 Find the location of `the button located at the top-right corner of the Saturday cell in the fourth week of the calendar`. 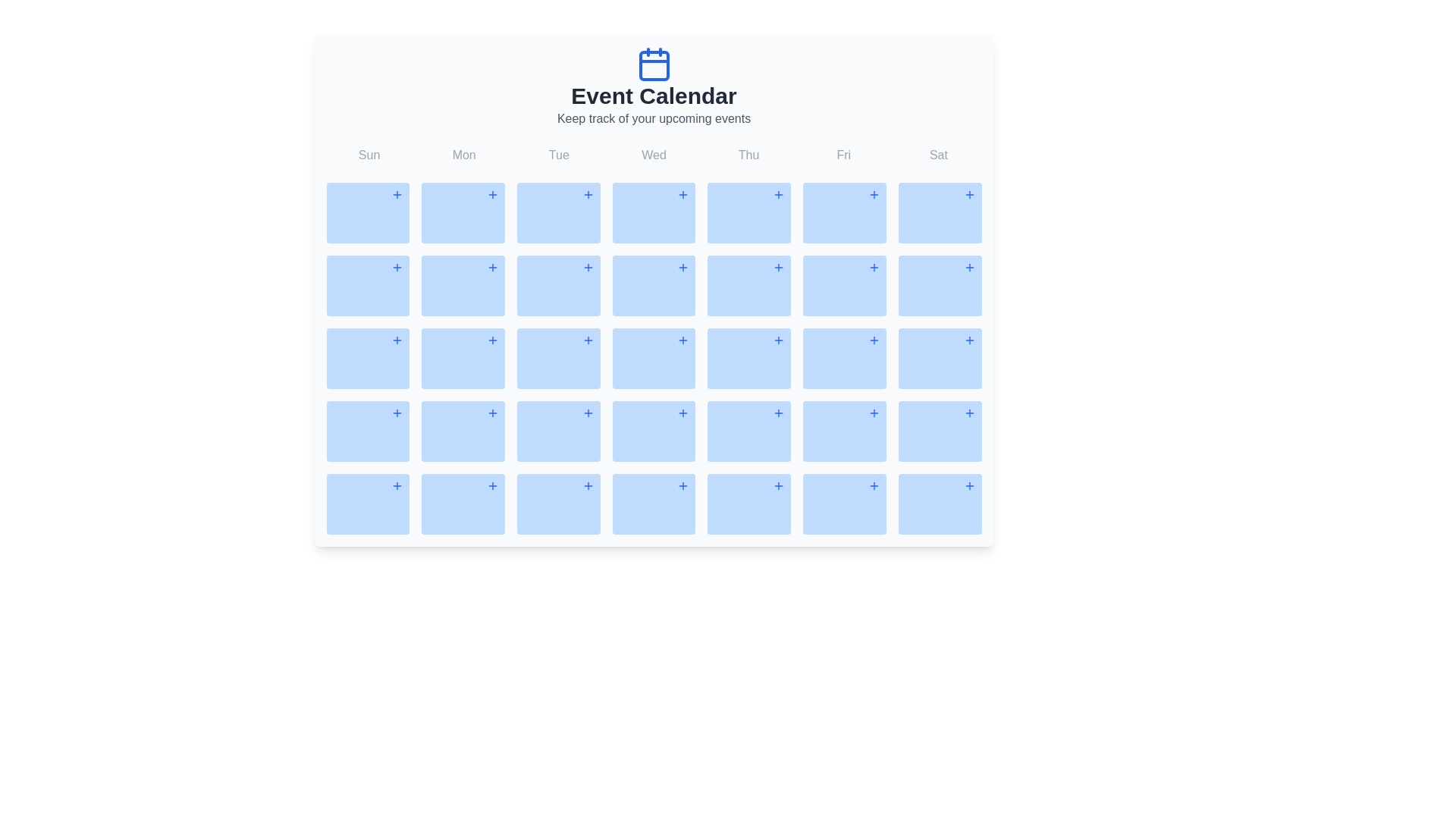

the button located at the top-right corner of the Saturday cell in the fourth week of the calendar is located at coordinates (968, 413).